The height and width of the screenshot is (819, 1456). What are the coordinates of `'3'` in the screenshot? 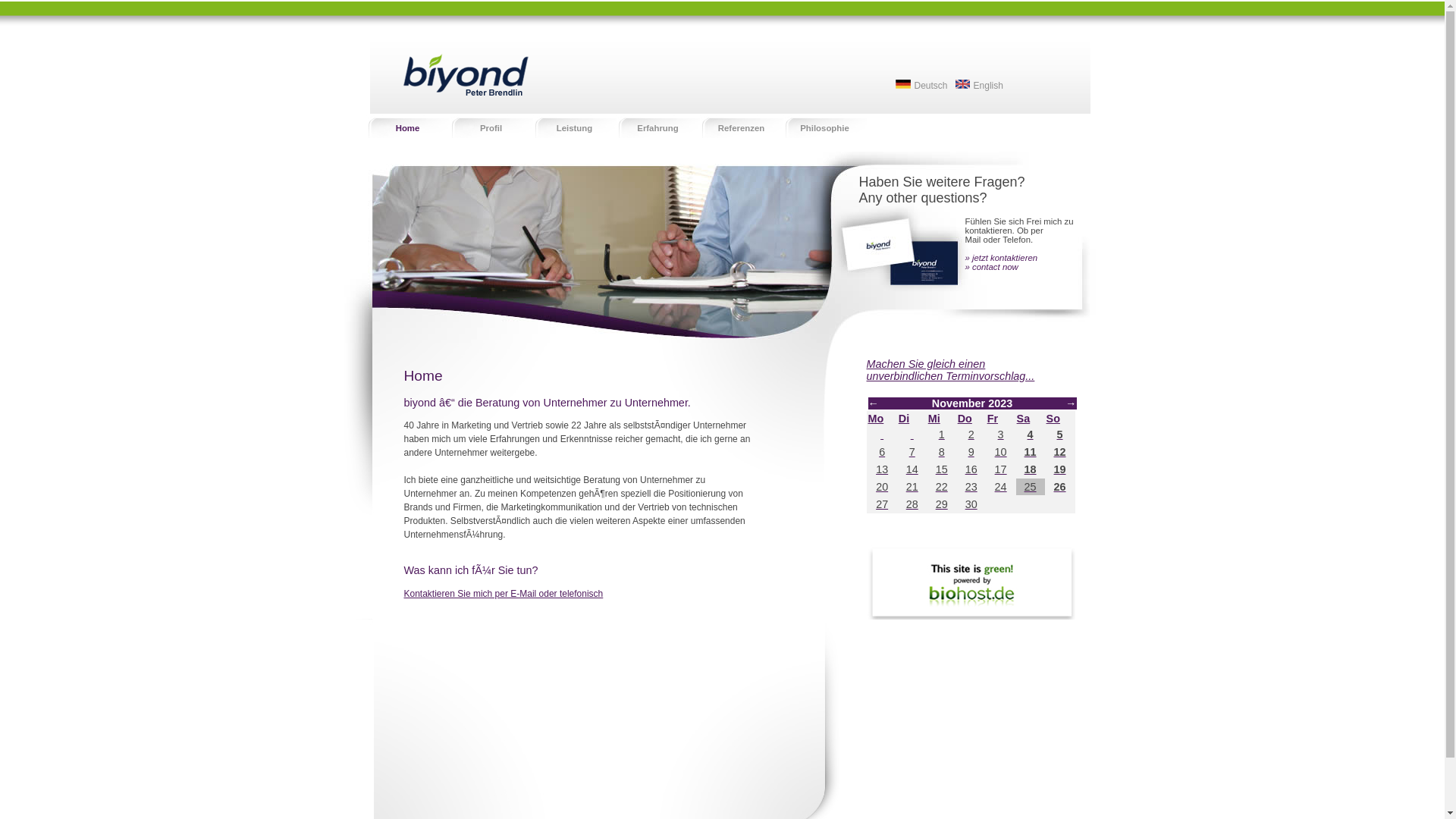 It's located at (997, 435).